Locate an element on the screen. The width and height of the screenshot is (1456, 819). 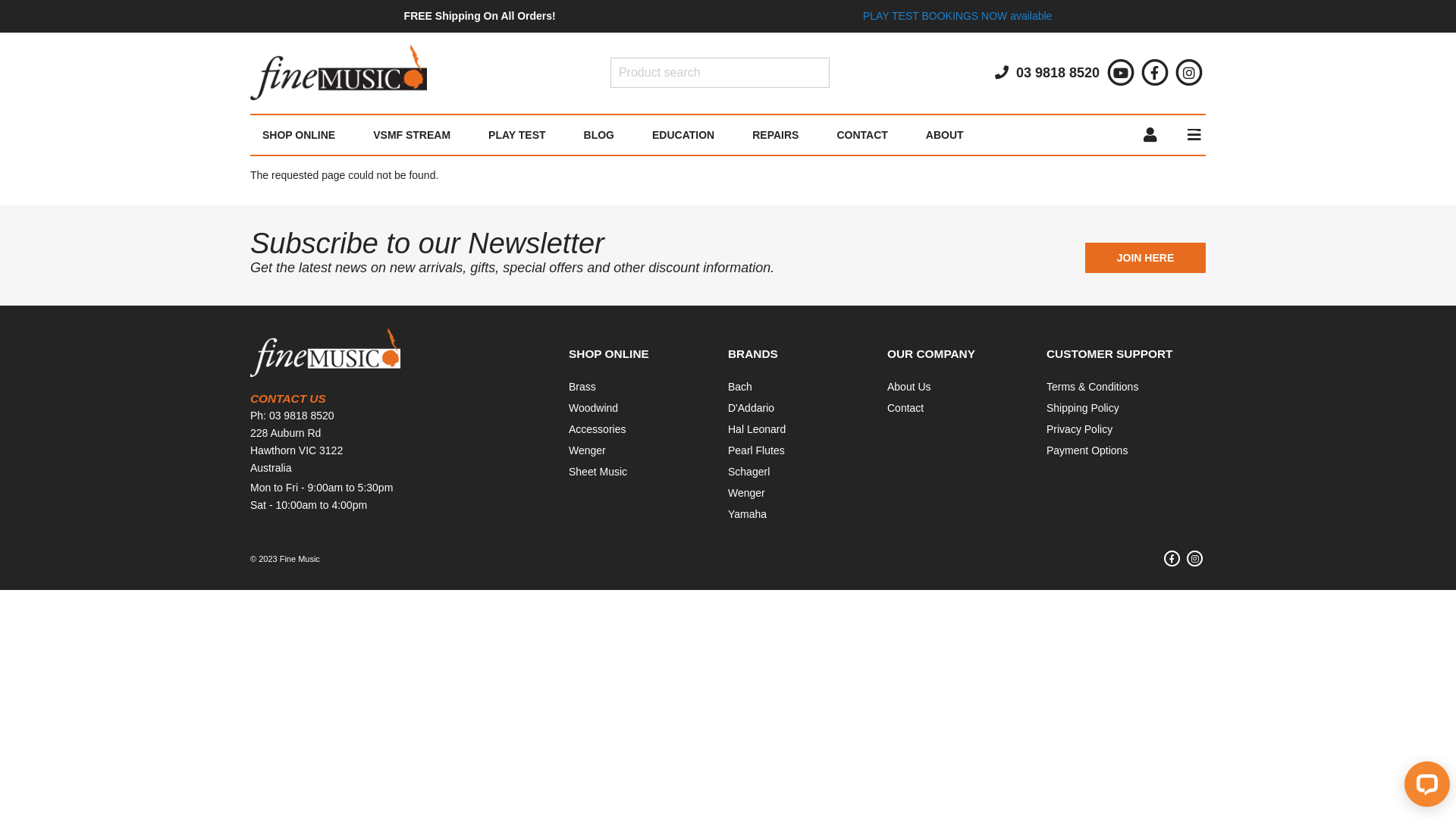
'Contact' is located at coordinates (905, 406).